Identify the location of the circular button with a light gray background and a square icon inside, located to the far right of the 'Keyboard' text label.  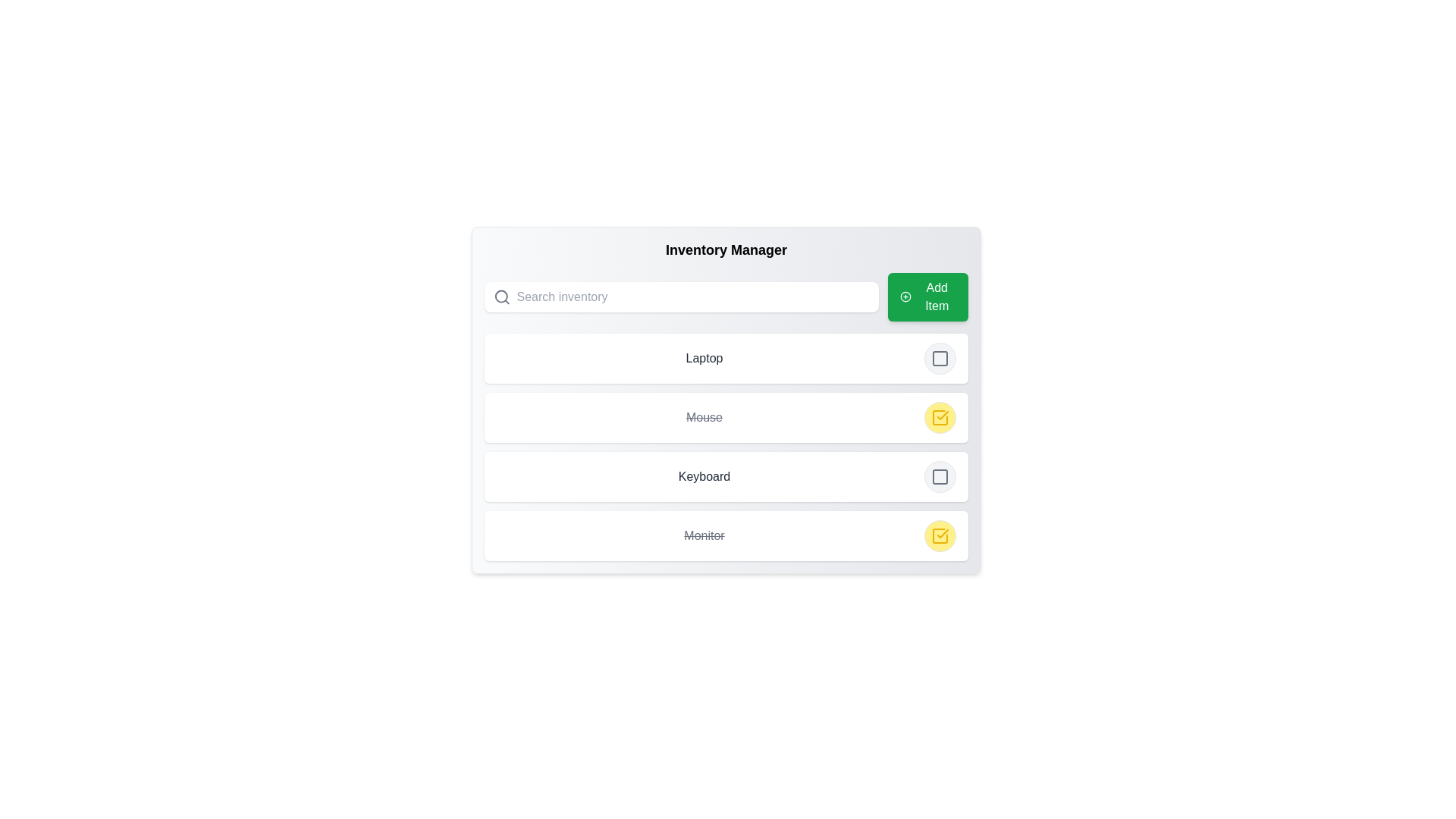
(939, 475).